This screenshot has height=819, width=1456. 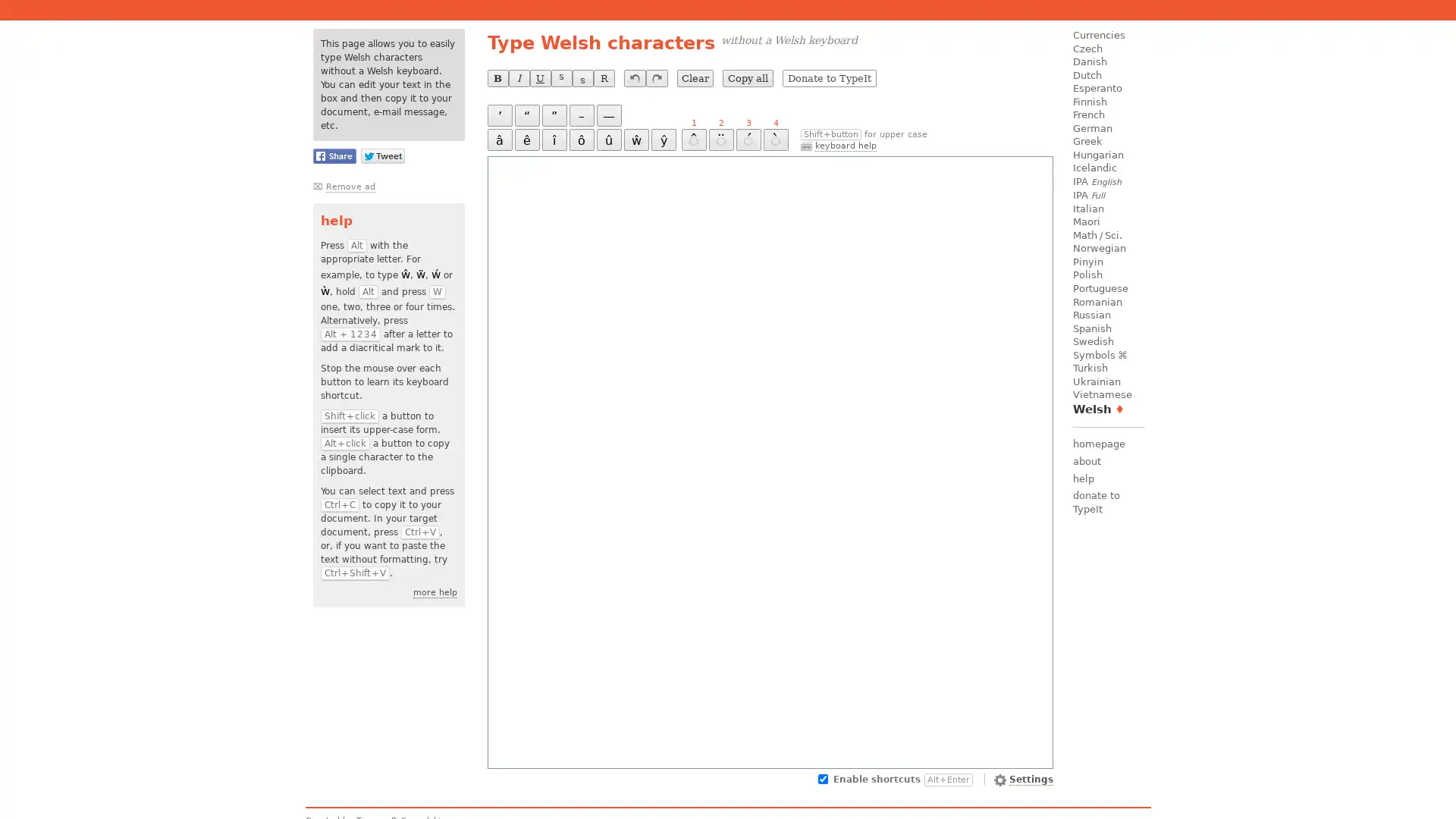 What do you see at coordinates (539, 78) in the screenshot?
I see `U` at bounding box center [539, 78].